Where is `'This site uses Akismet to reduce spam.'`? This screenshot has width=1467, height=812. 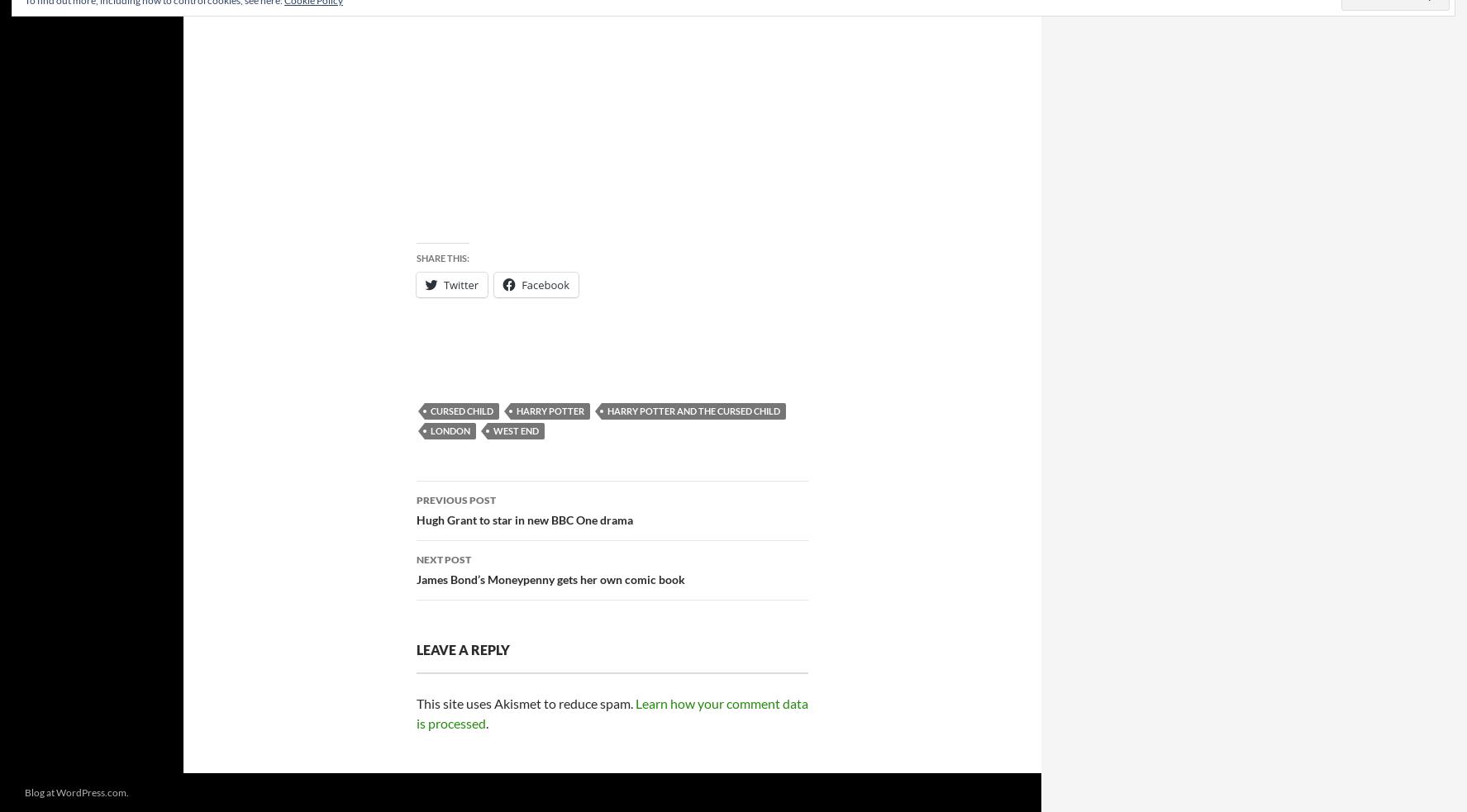 'This site uses Akismet to reduce spam.' is located at coordinates (526, 703).